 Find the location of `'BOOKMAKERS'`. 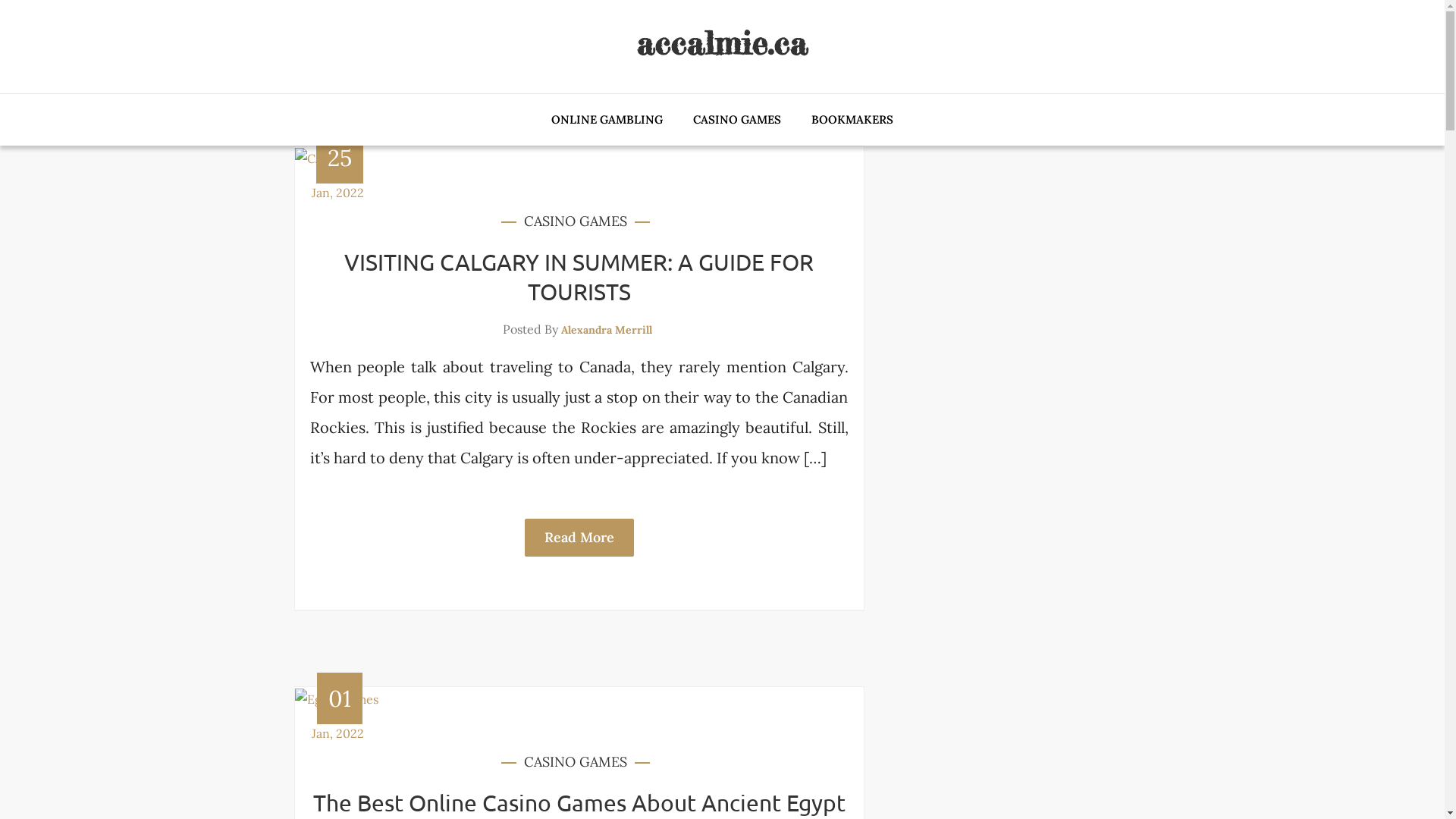

'BOOKMAKERS' is located at coordinates (796, 119).